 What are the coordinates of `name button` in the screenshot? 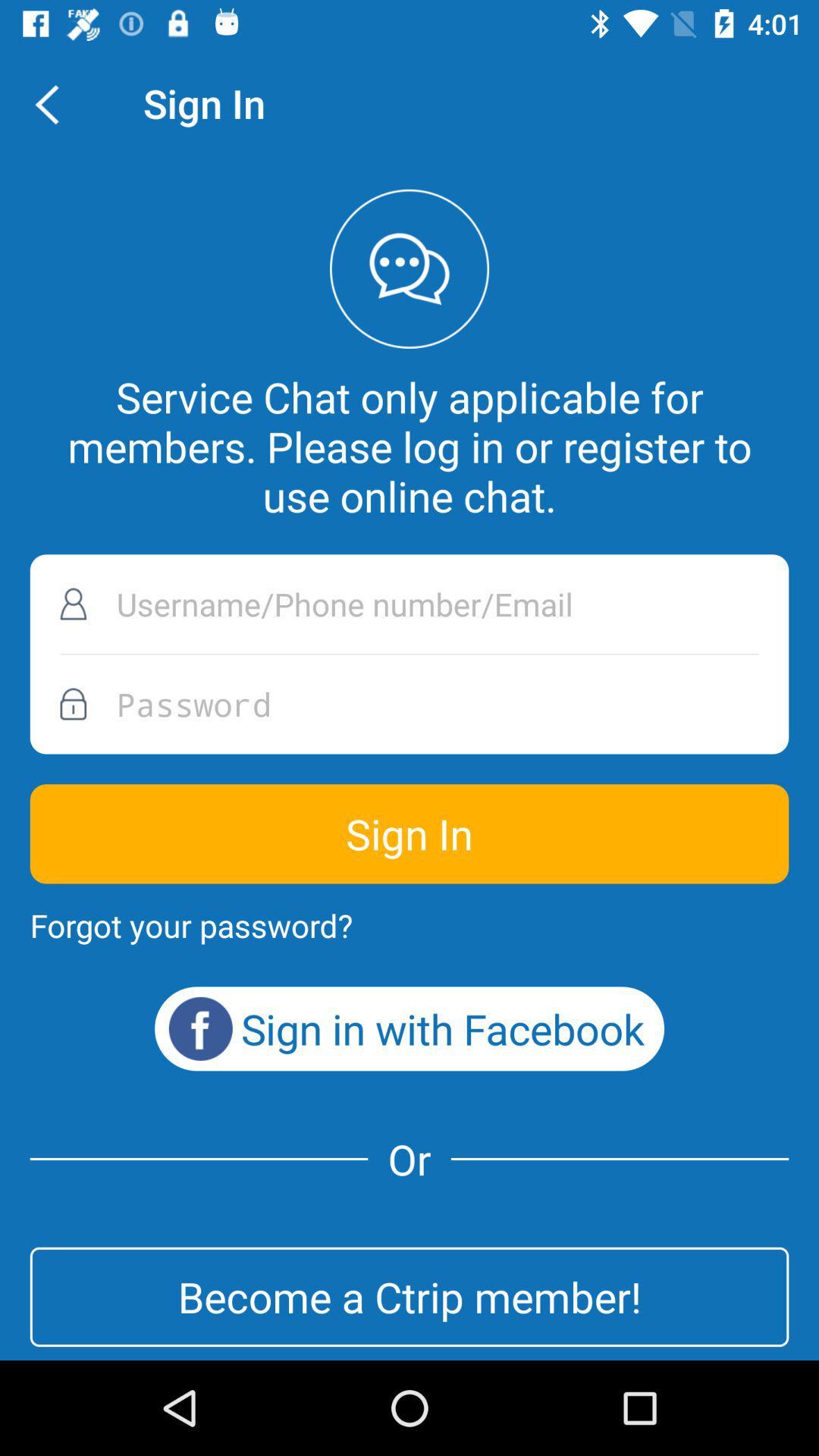 It's located at (409, 603).